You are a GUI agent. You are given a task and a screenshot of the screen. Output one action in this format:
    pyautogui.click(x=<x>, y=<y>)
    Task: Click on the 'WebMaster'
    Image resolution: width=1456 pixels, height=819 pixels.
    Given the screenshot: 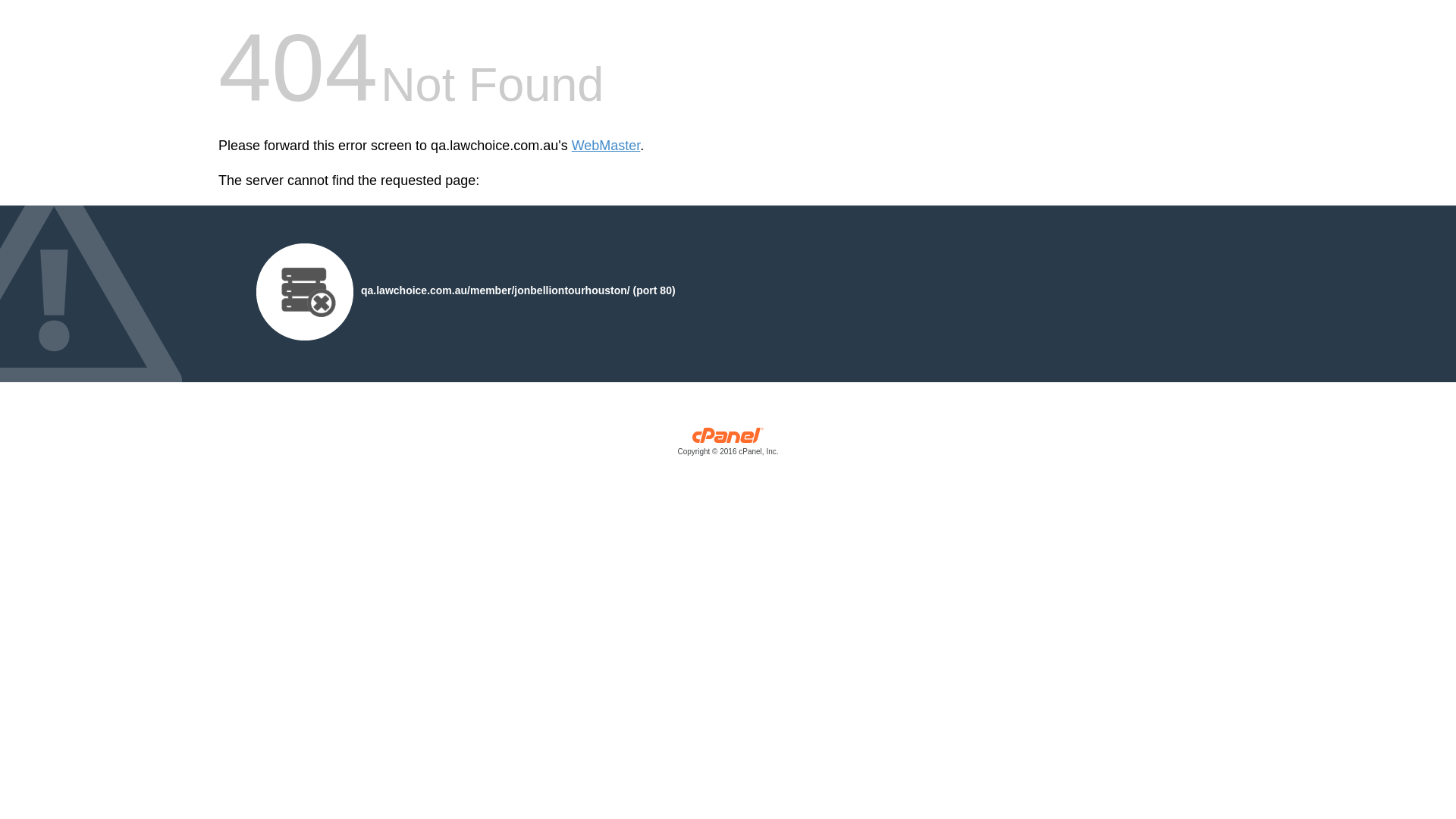 What is the action you would take?
    pyautogui.click(x=605, y=146)
    